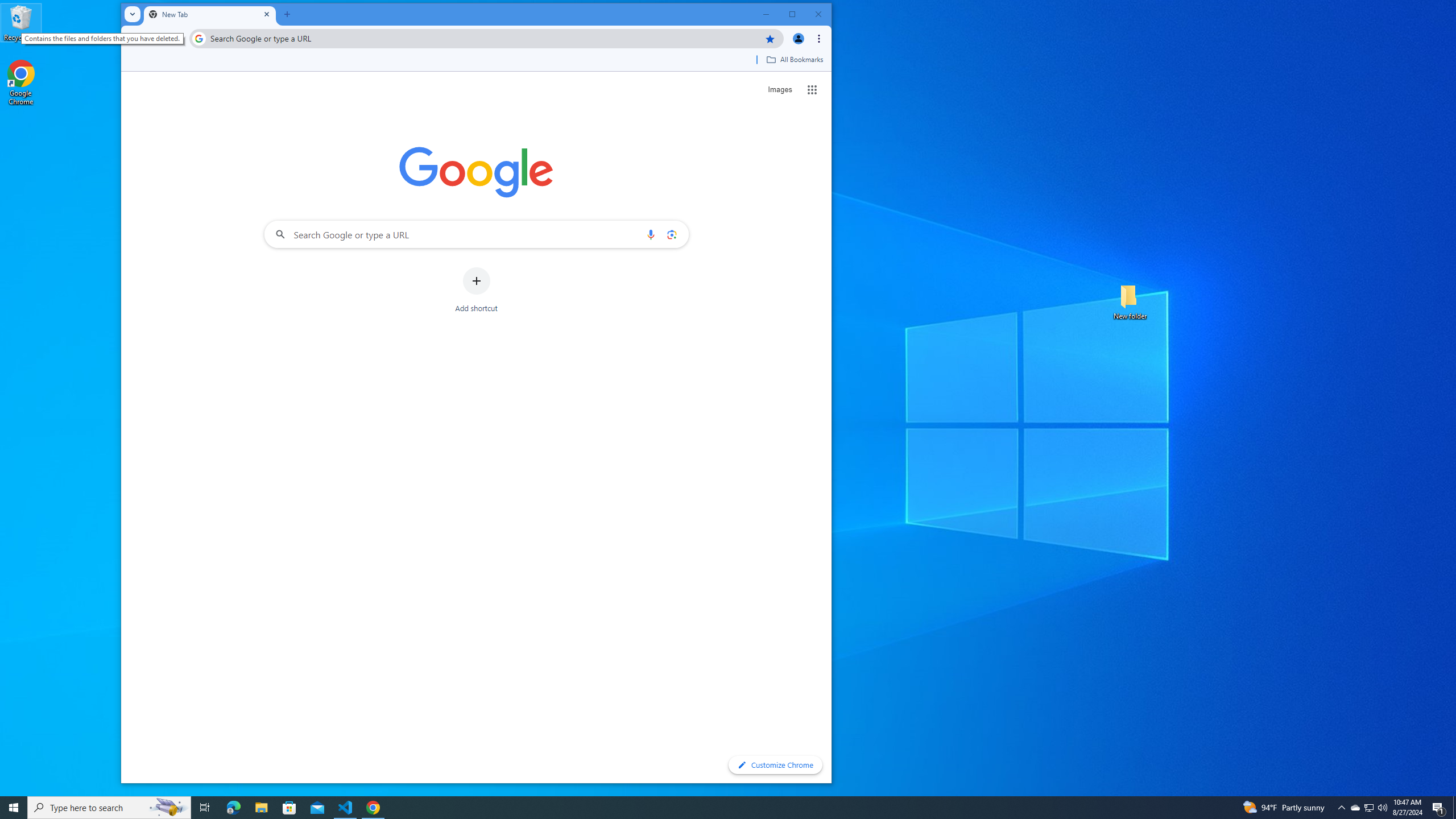 The image size is (1456, 819). Describe the element at coordinates (1130, 300) in the screenshot. I see `'New folder'` at that location.